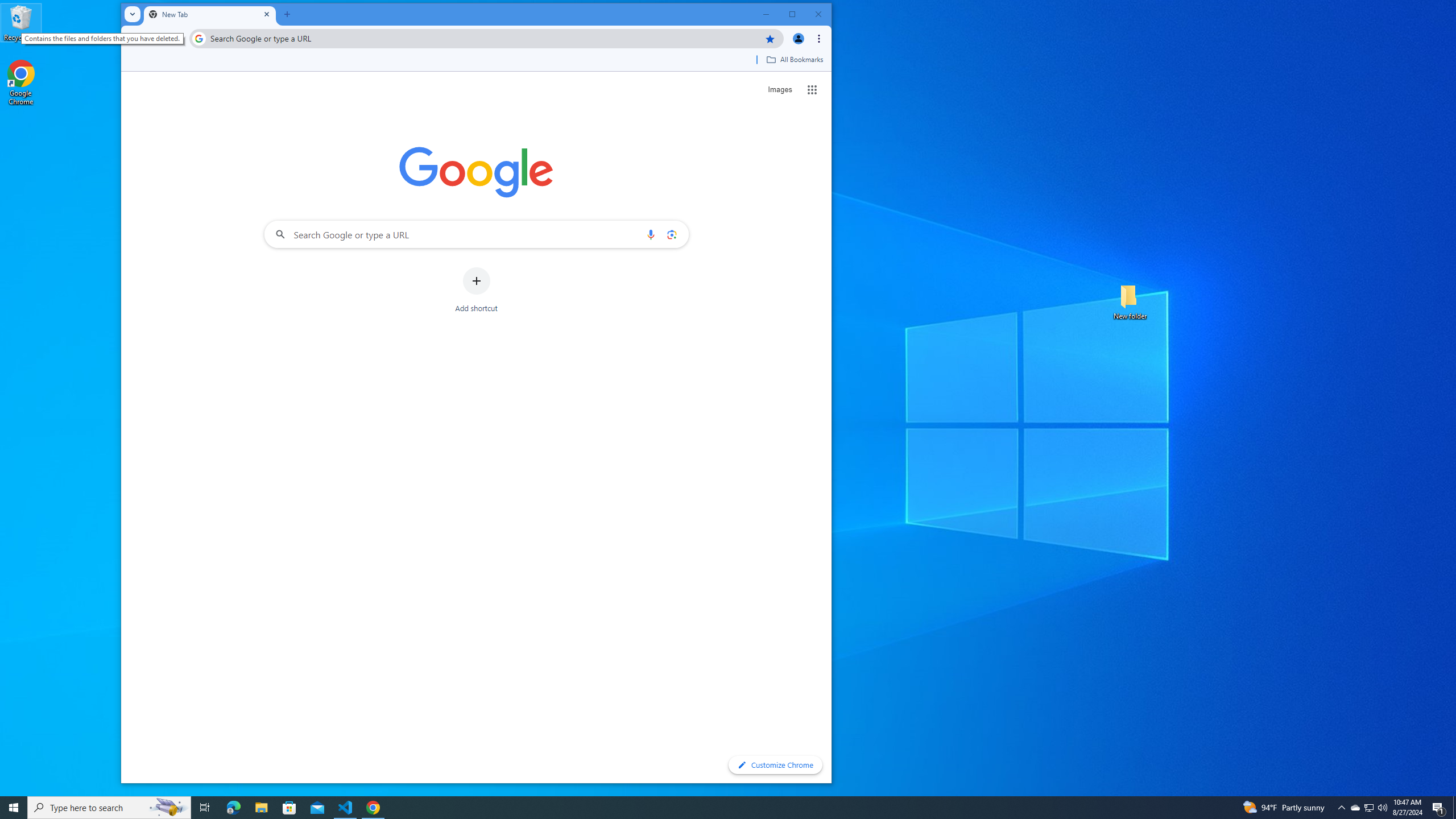 The image size is (1456, 819). Describe the element at coordinates (1130, 300) in the screenshot. I see `'New folder'` at that location.